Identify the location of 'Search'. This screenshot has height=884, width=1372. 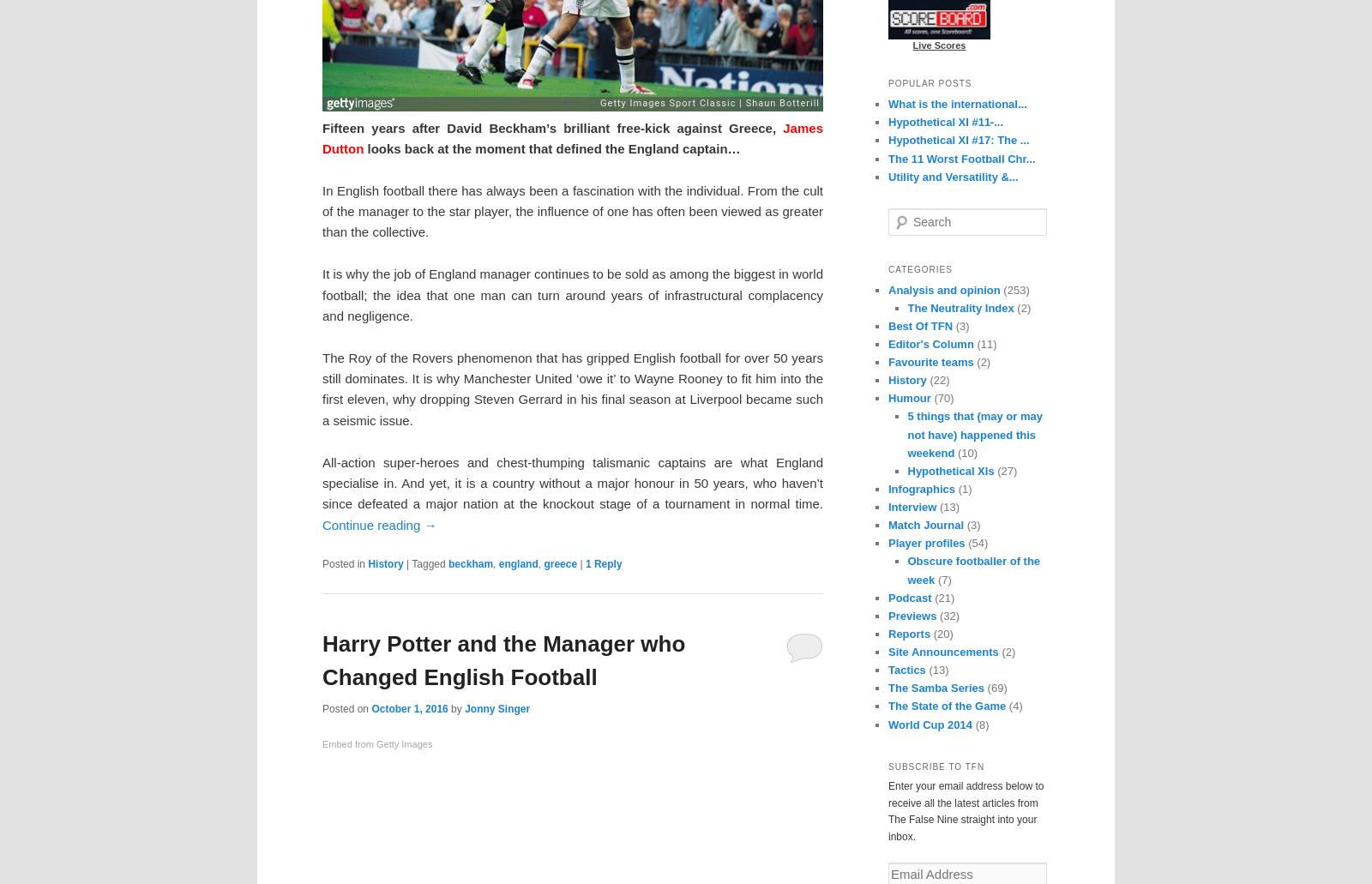
(905, 215).